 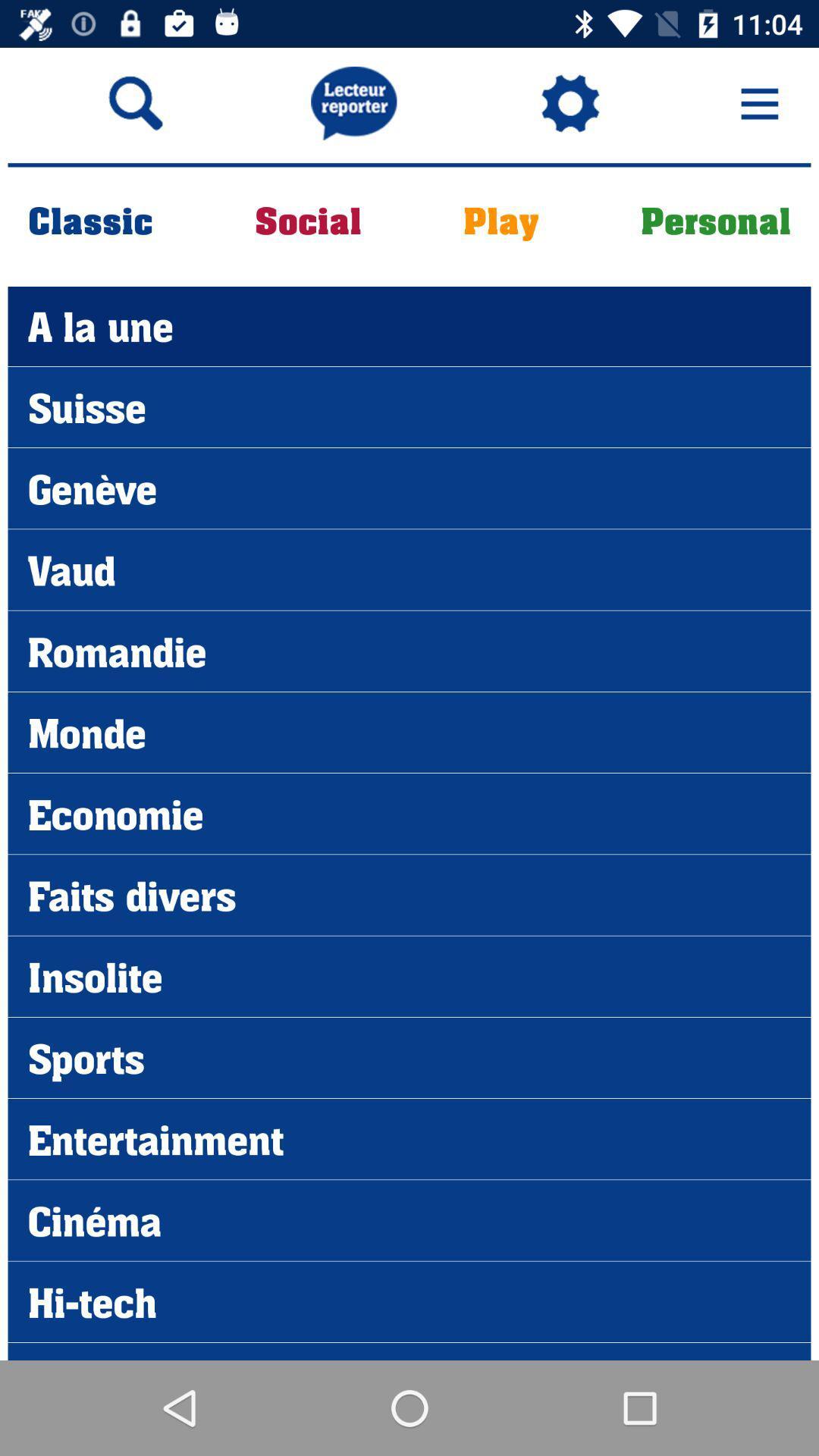 I want to click on the emoji icon, so click(x=570, y=102).